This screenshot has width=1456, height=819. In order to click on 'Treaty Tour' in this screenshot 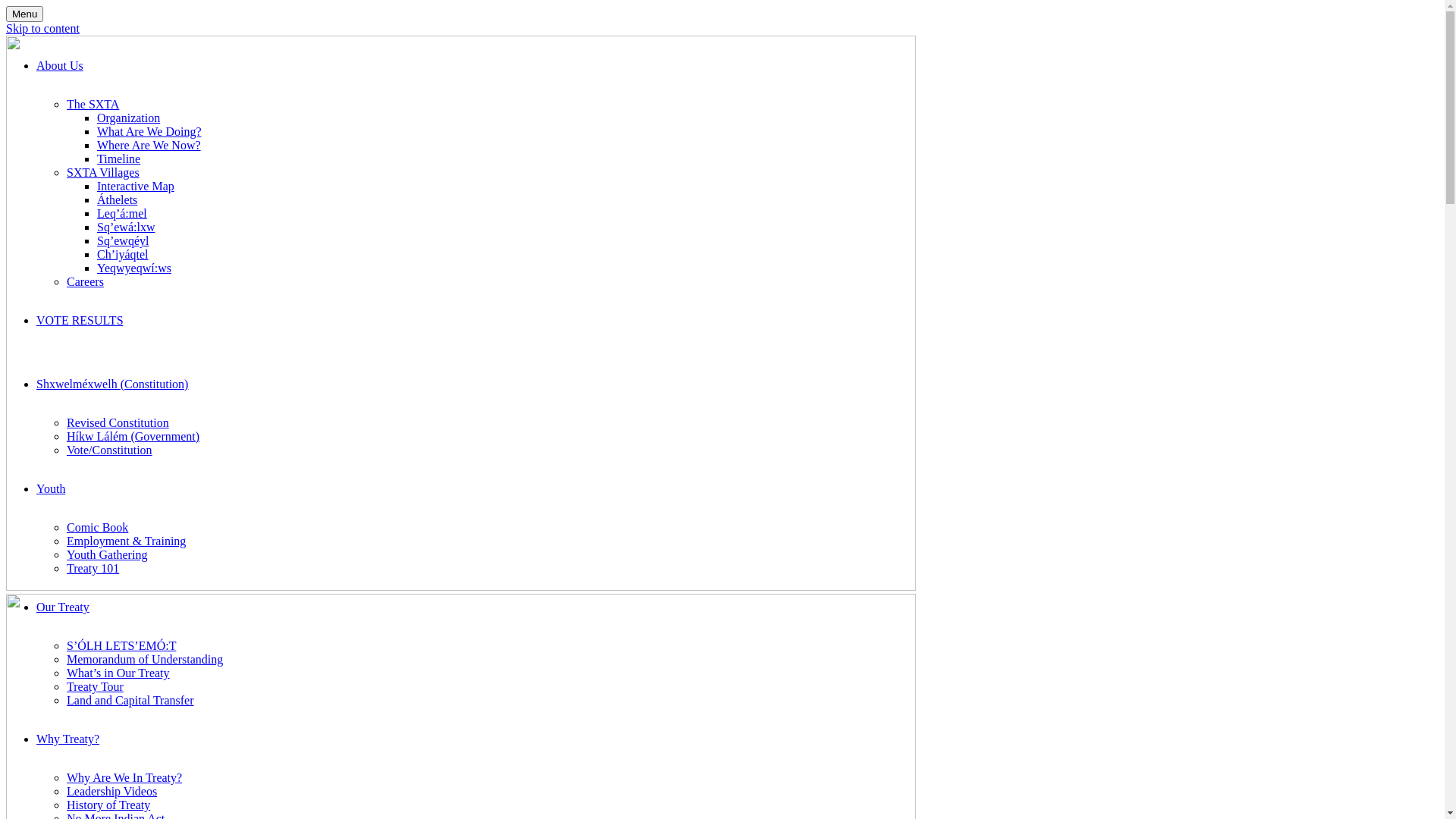, I will do `click(94, 686)`.